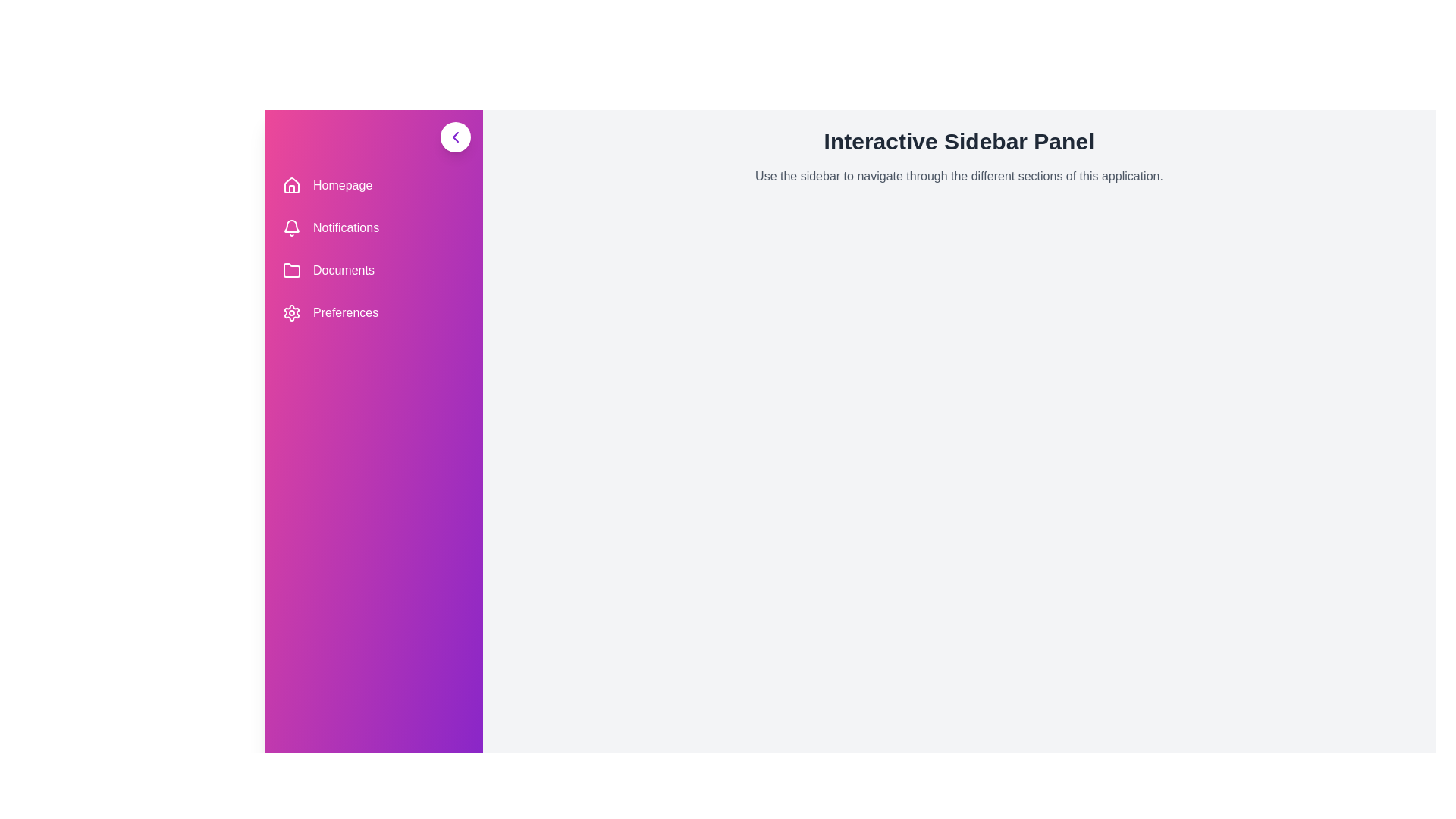 The width and height of the screenshot is (1456, 819). What do you see at coordinates (374, 227) in the screenshot?
I see `the sidebar menu item Notifications` at bounding box center [374, 227].